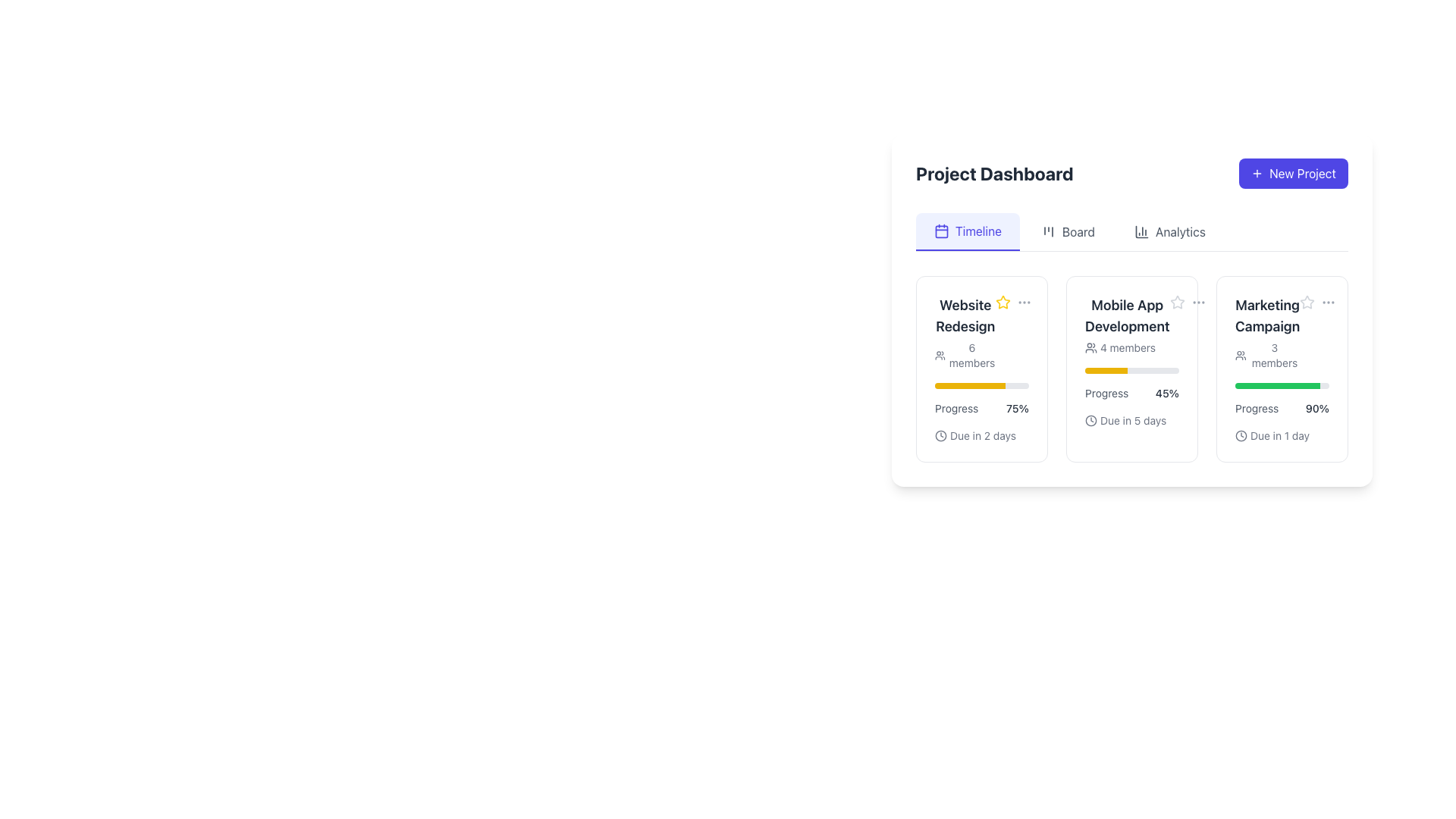 The image size is (1456, 819). I want to click on the text label that identifies the project as 'Website Redesign', so click(965, 315).